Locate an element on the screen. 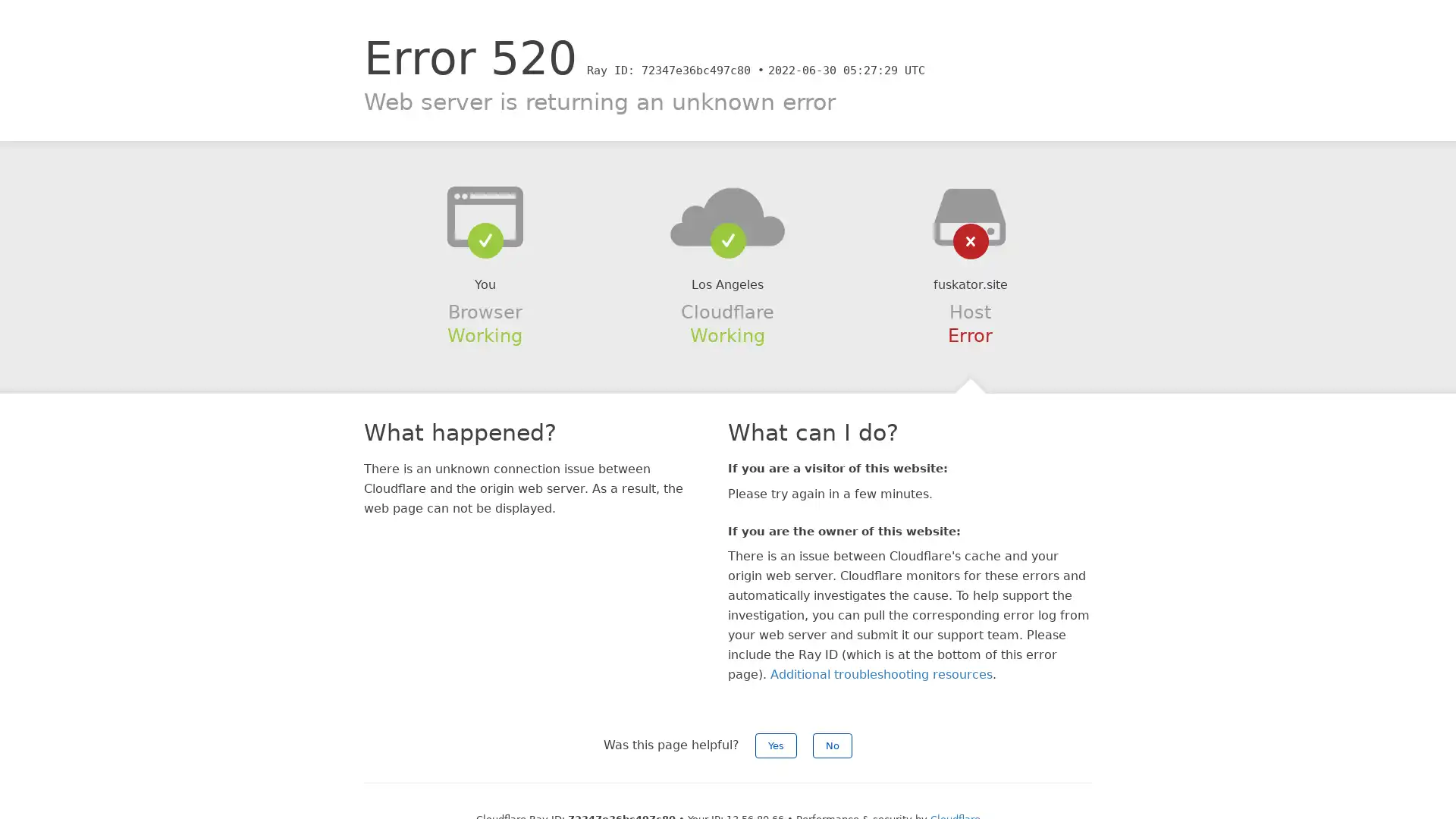 The height and width of the screenshot is (819, 1456). Yes is located at coordinates (776, 745).